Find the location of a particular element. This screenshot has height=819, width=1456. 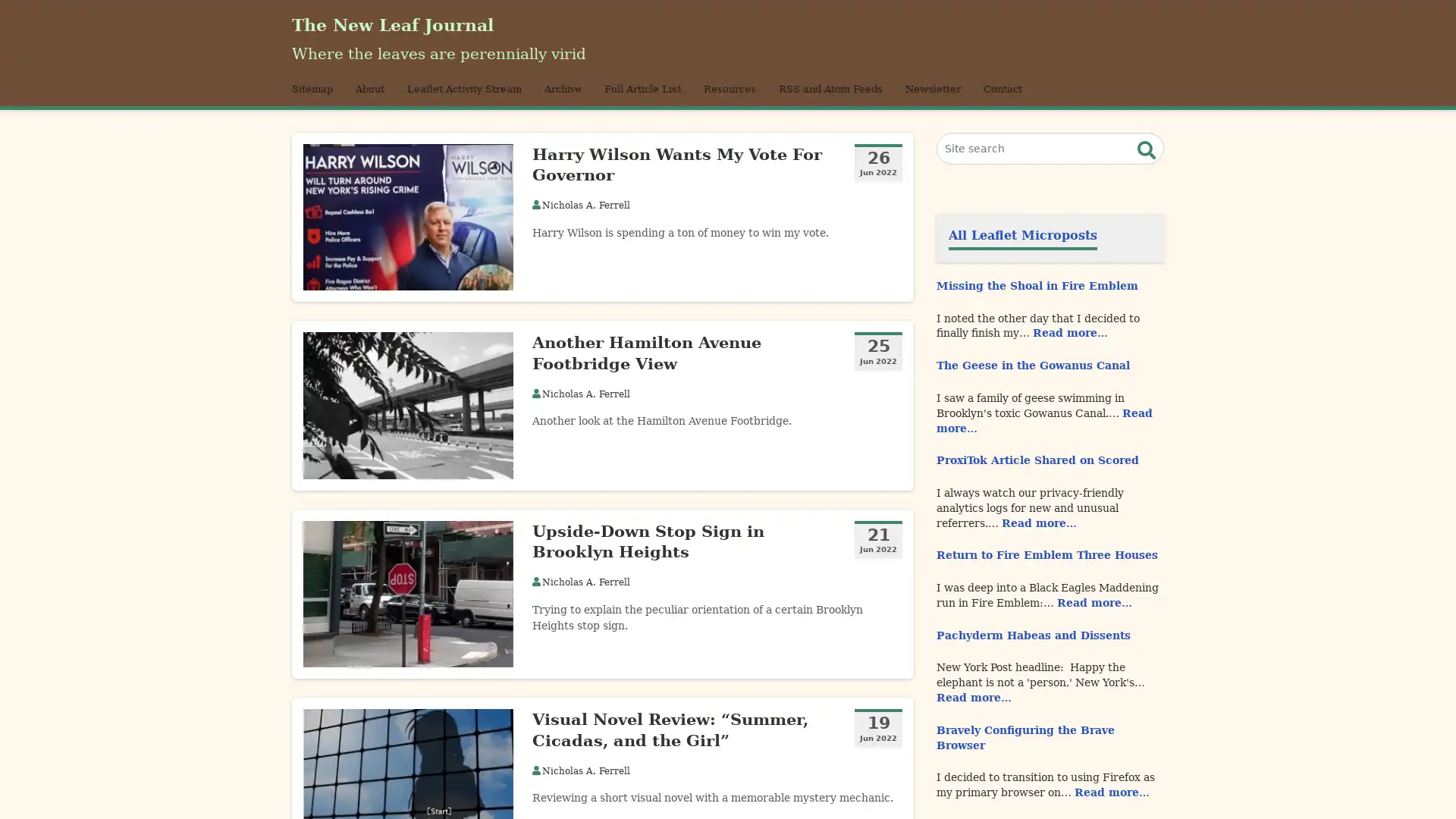

button is located at coordinates (1147, 168).